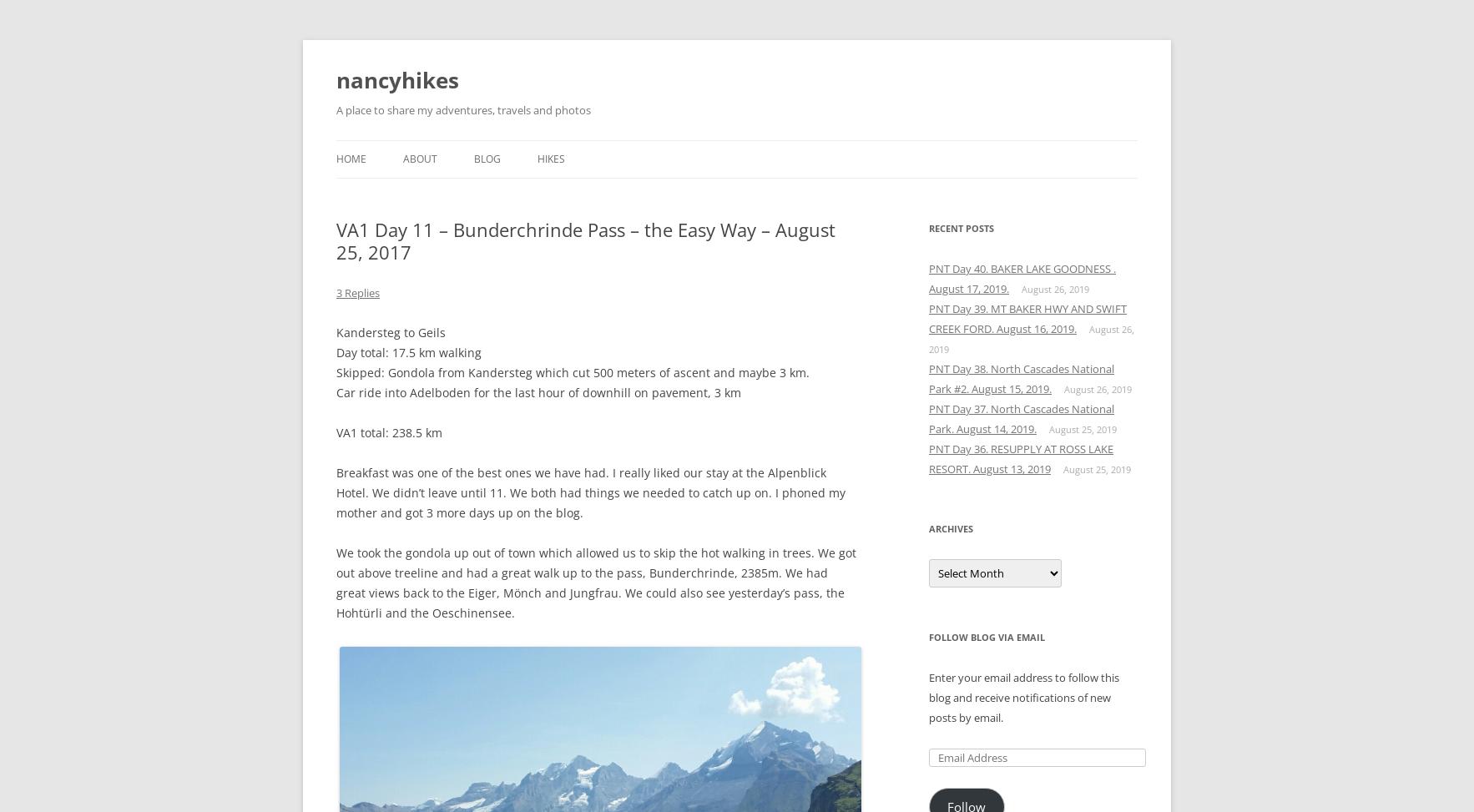  I want to click on 'Recent Posts', so click(960, 227).